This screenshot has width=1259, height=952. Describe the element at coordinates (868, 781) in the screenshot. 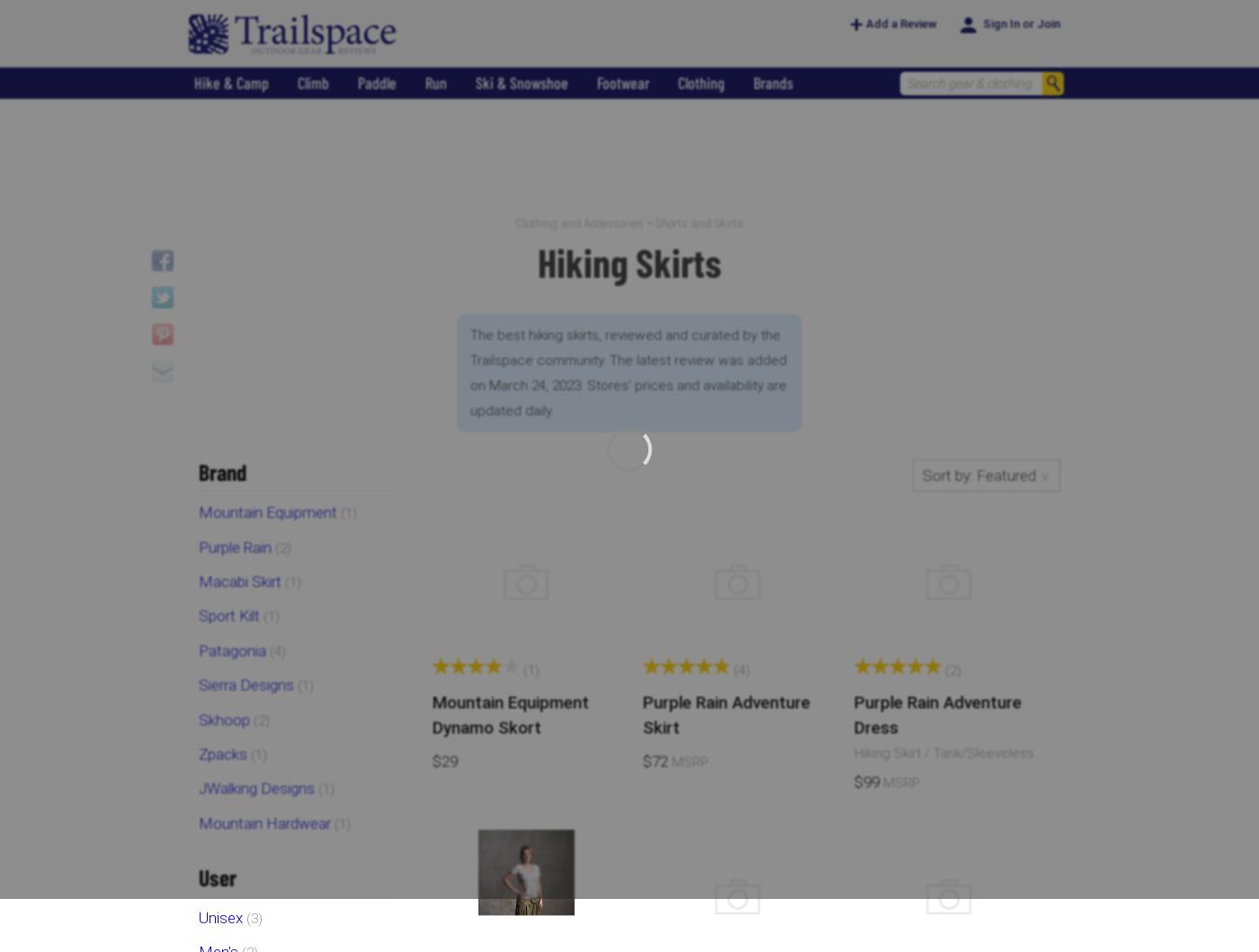

I see `'$99'` at that location.